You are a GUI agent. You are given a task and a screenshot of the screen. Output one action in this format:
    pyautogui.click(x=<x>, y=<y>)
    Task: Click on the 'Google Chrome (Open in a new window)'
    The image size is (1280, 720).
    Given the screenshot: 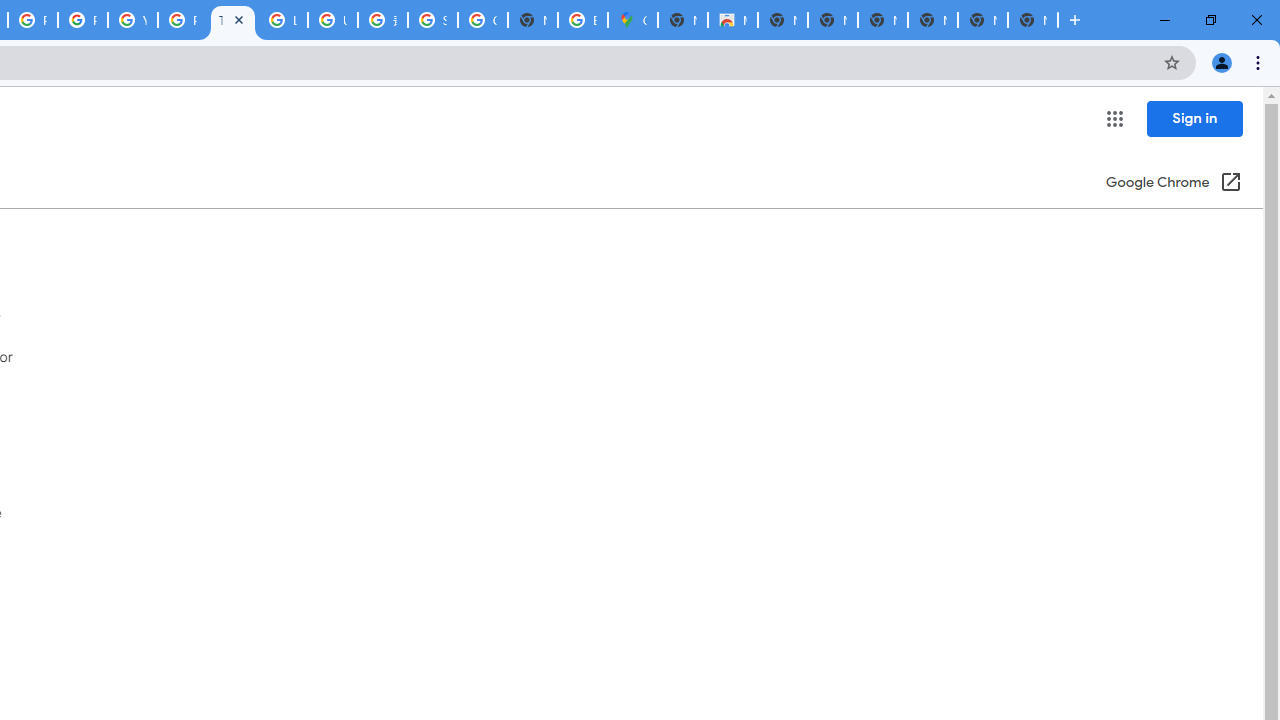 What is the action you would take?
    pyautogui.click(x=1173, y=183)
    